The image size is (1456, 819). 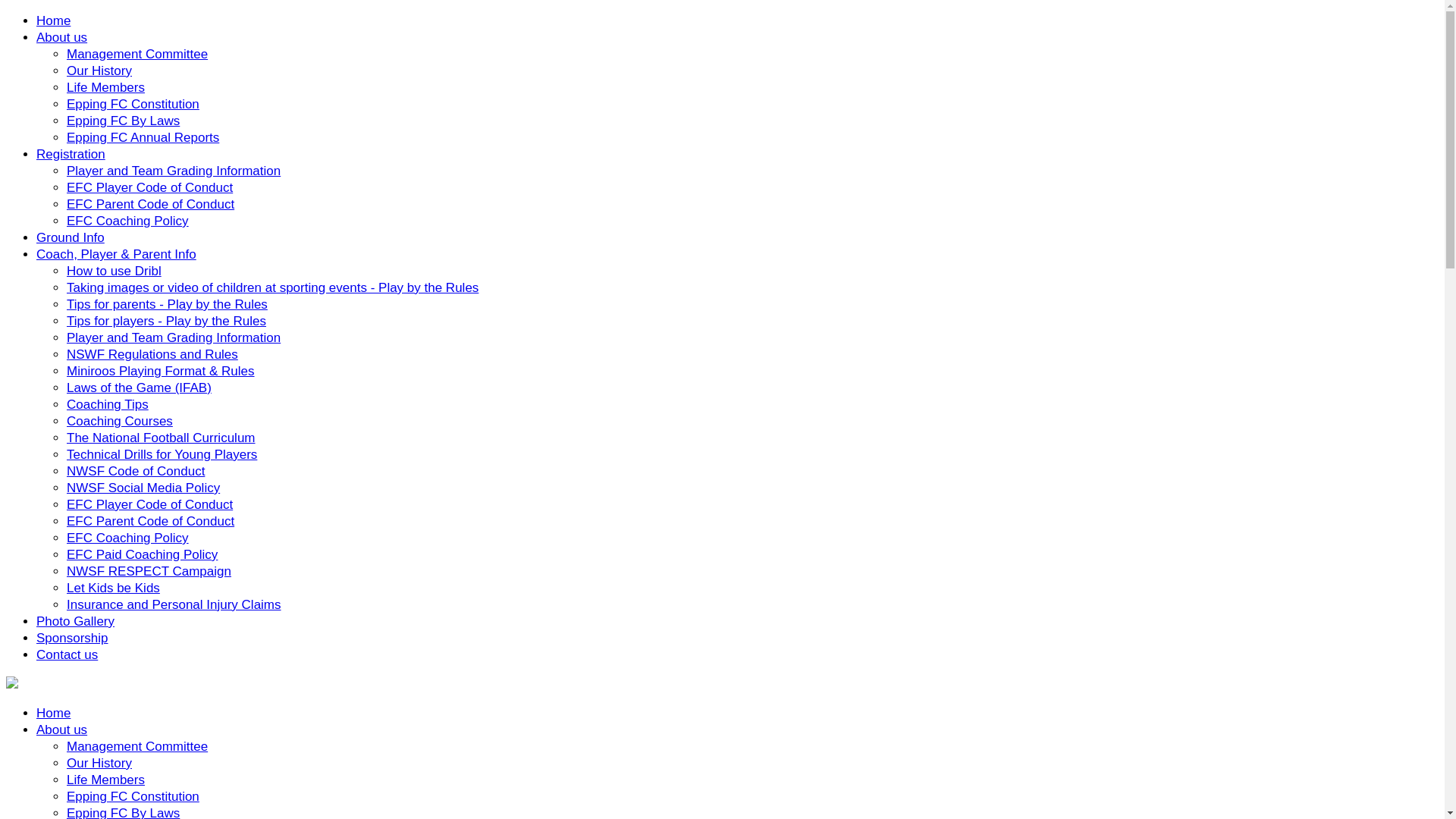 What do you see at coordinates (174, 604) in the screenshot?
I see `'Insurance and Personal Injury Claims'` at bounding box center [174, 604].